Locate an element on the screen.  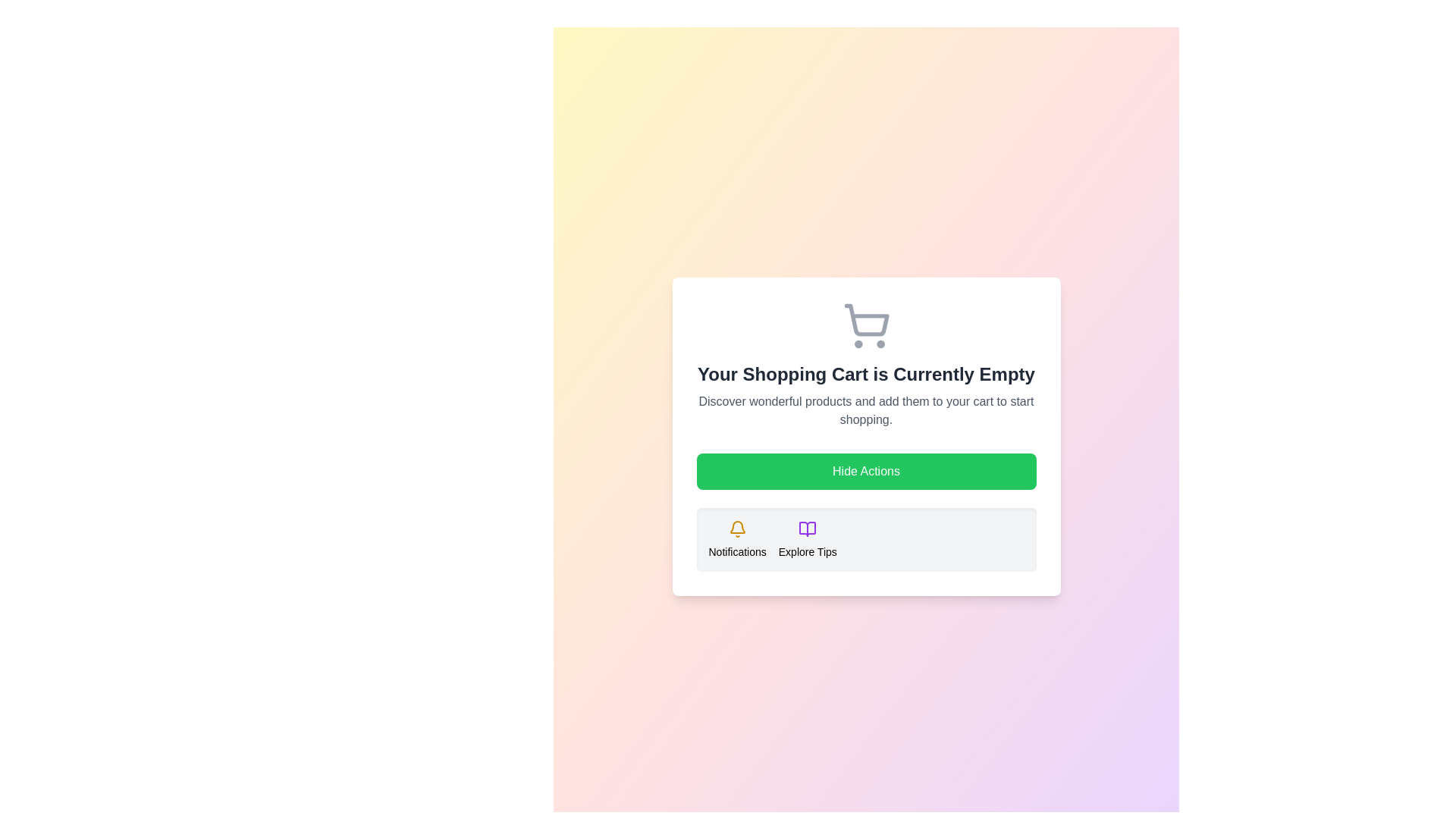
informative text label located beneath the heading 'Your Shopping Cart is Currently Empty' and above the 'Hide Actions' button is located at coordinates (866, 411).